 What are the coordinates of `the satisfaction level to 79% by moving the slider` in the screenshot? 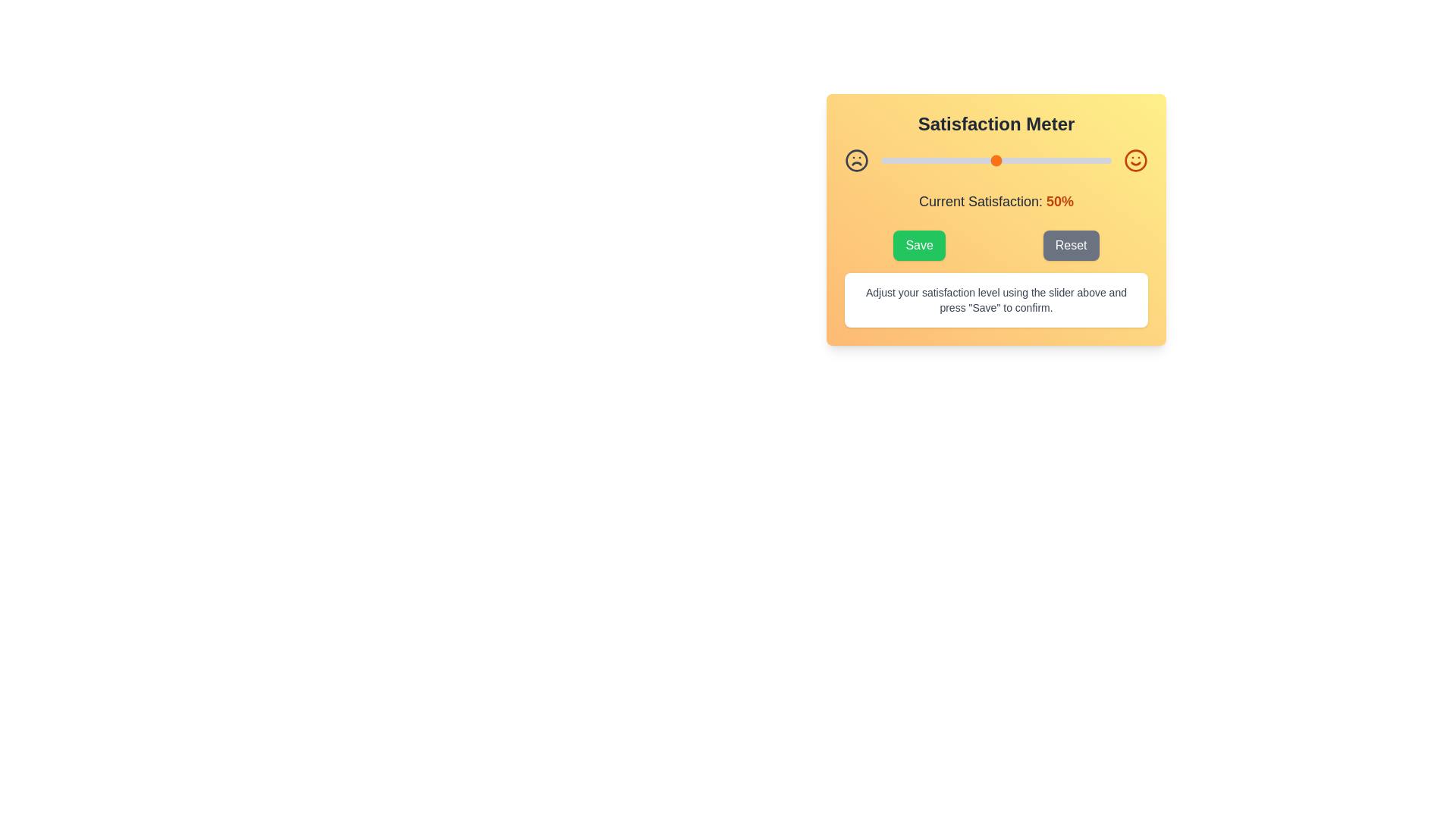 It's located at (1062, 161).